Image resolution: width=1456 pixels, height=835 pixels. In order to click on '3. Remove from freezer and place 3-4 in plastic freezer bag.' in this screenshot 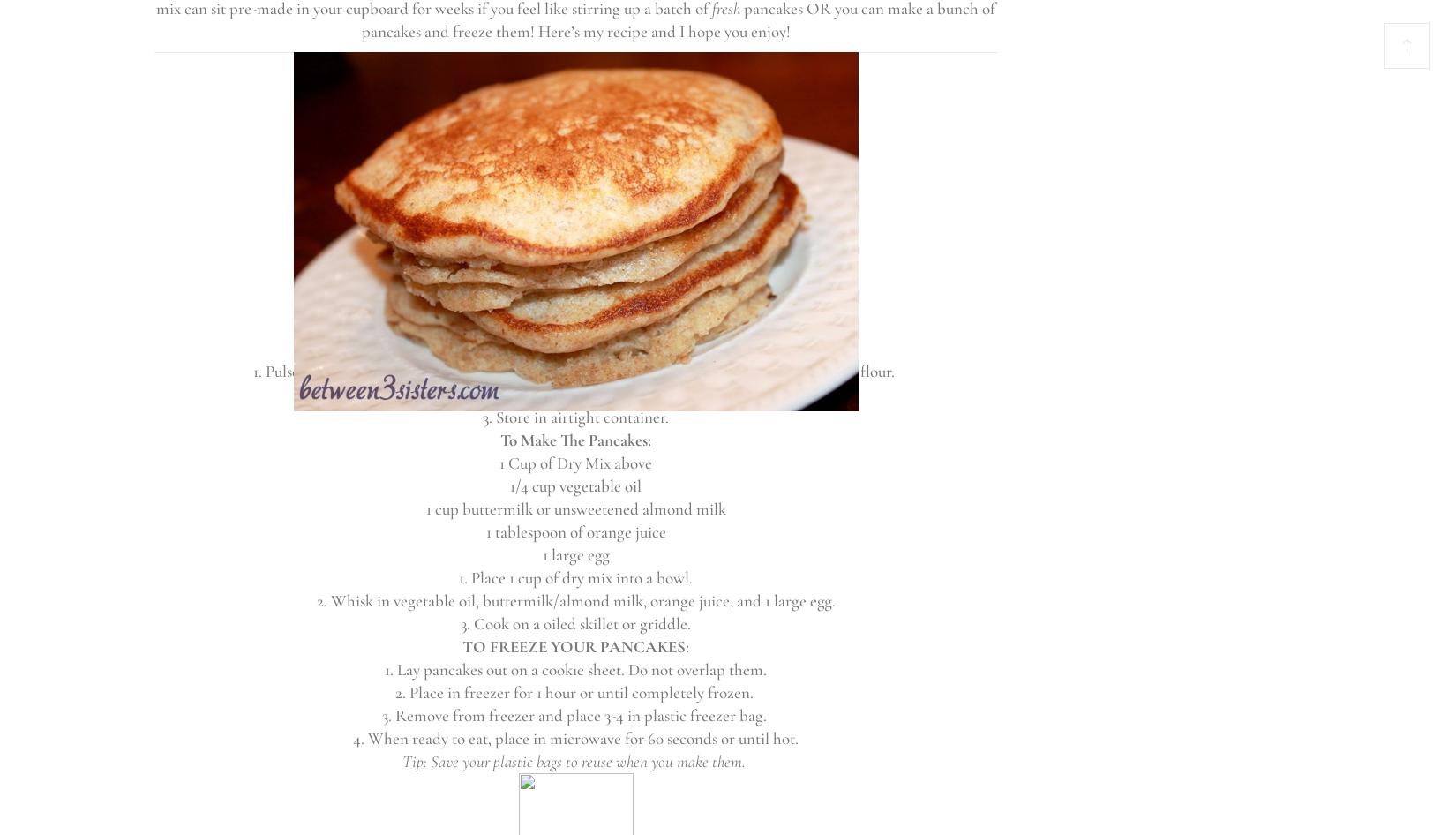, I will do `click(574, 715)`.